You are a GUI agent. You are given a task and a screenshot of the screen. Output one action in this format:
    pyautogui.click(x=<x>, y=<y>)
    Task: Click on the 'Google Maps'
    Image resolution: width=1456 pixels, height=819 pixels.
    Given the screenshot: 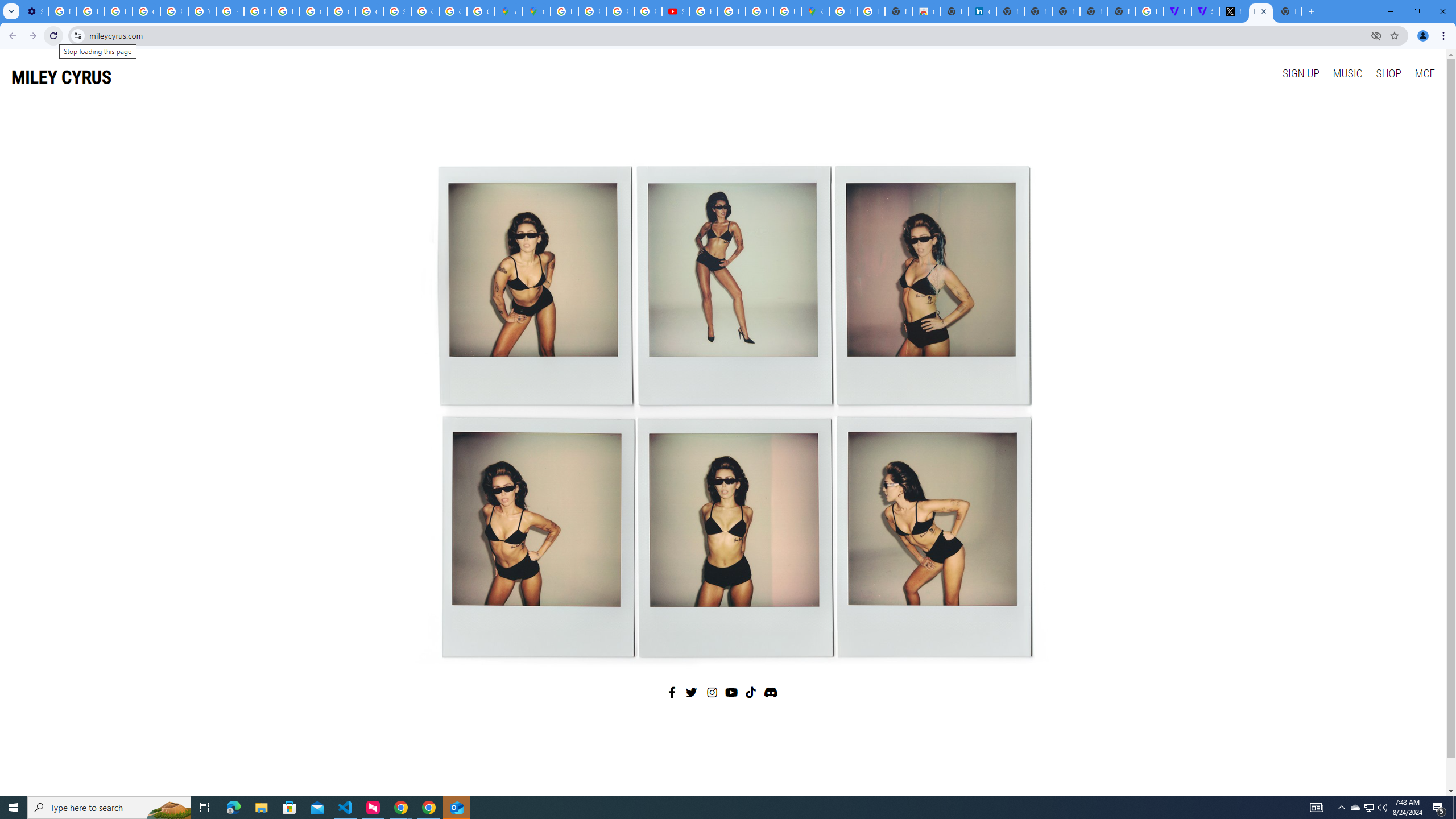 What is the action you would take?
    pyautogui.click(x=536, y=11)
    